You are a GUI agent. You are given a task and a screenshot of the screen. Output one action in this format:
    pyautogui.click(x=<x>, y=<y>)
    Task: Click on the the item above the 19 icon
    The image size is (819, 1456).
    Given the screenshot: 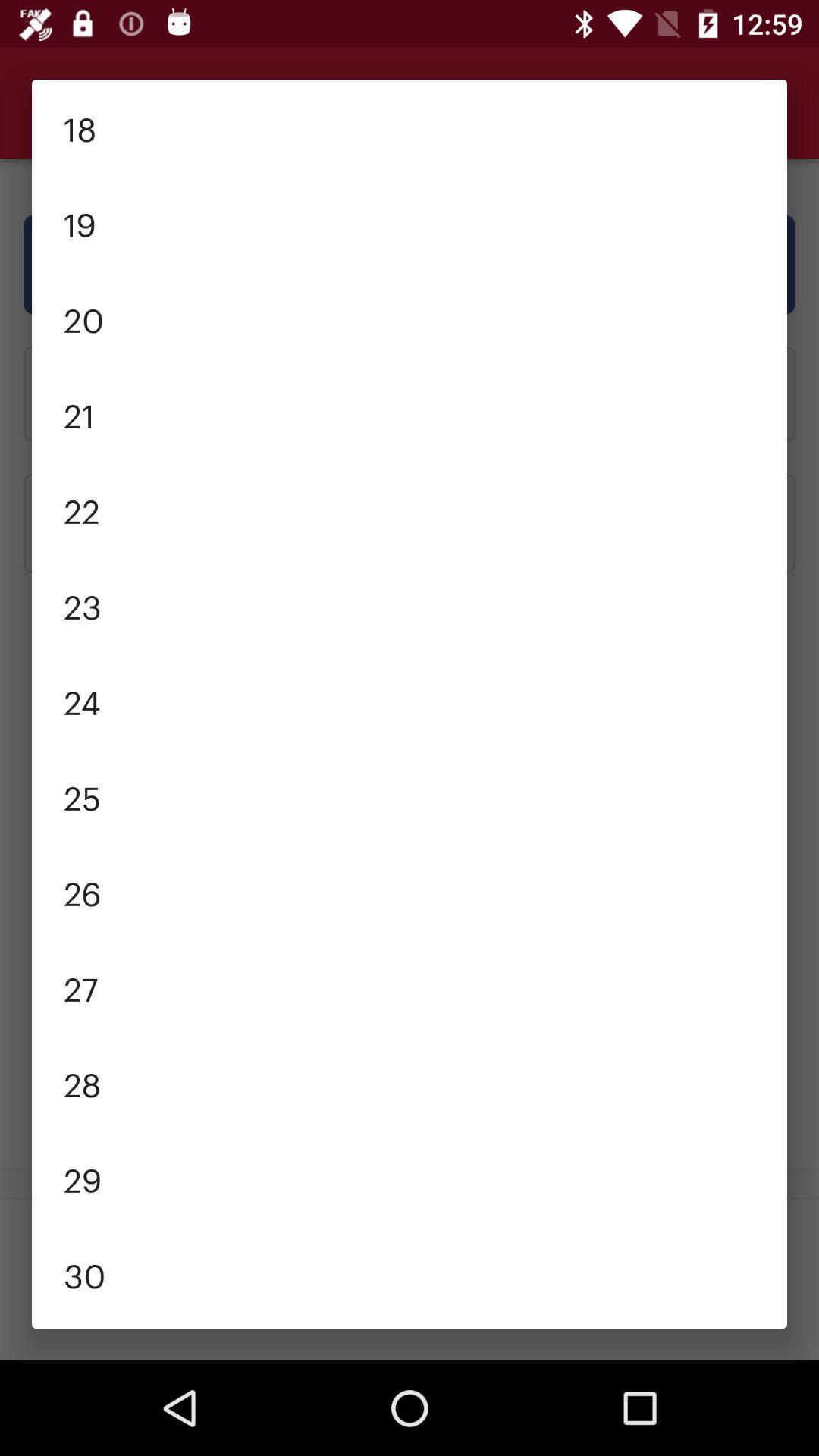 What is the action you would take?
    pyautogui.click(x=409, y=127)
    